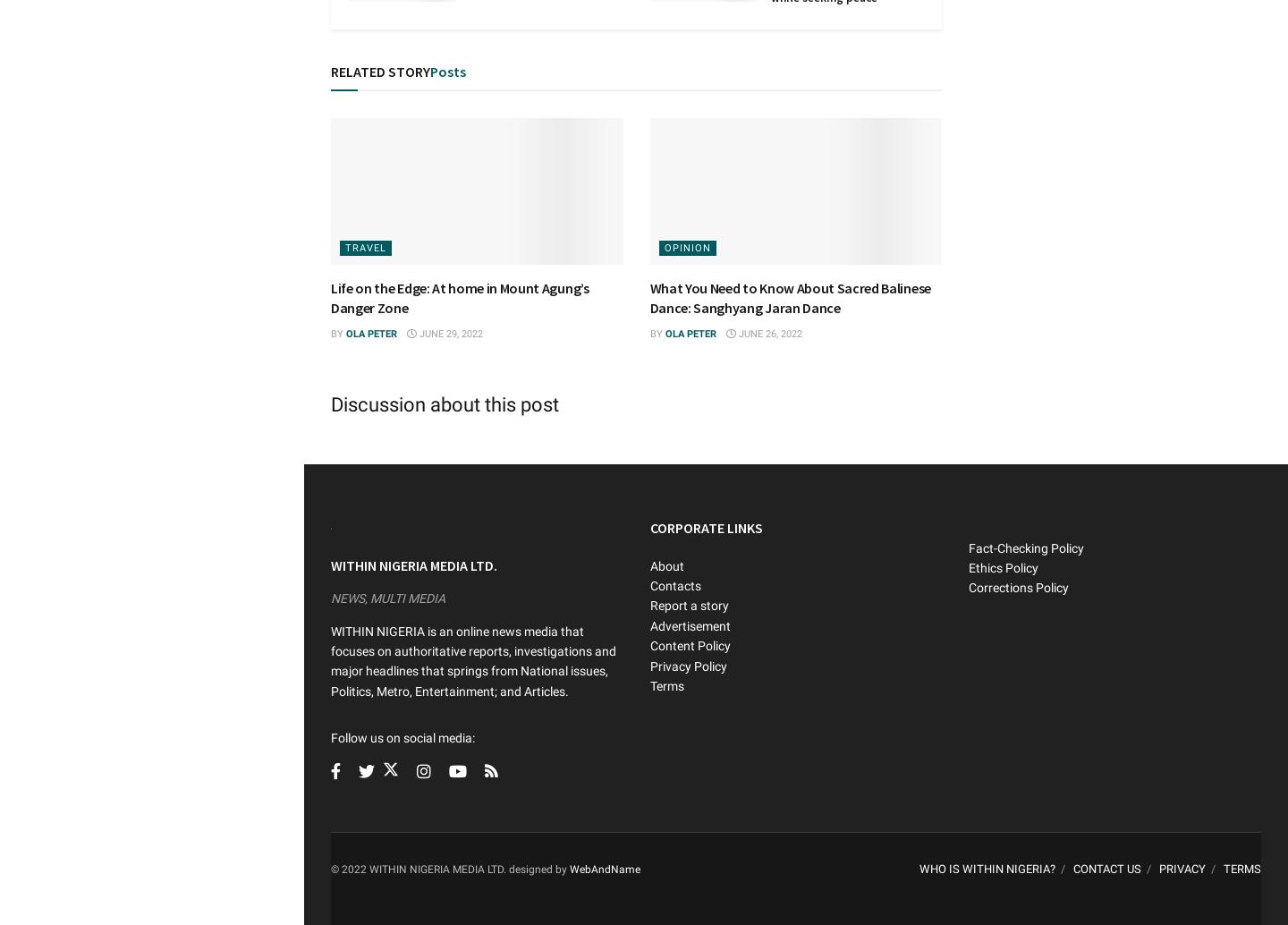 The width and height of the screenshot is (1288, 925). I want to click on 'CONTACT US', so click(1072, 867).